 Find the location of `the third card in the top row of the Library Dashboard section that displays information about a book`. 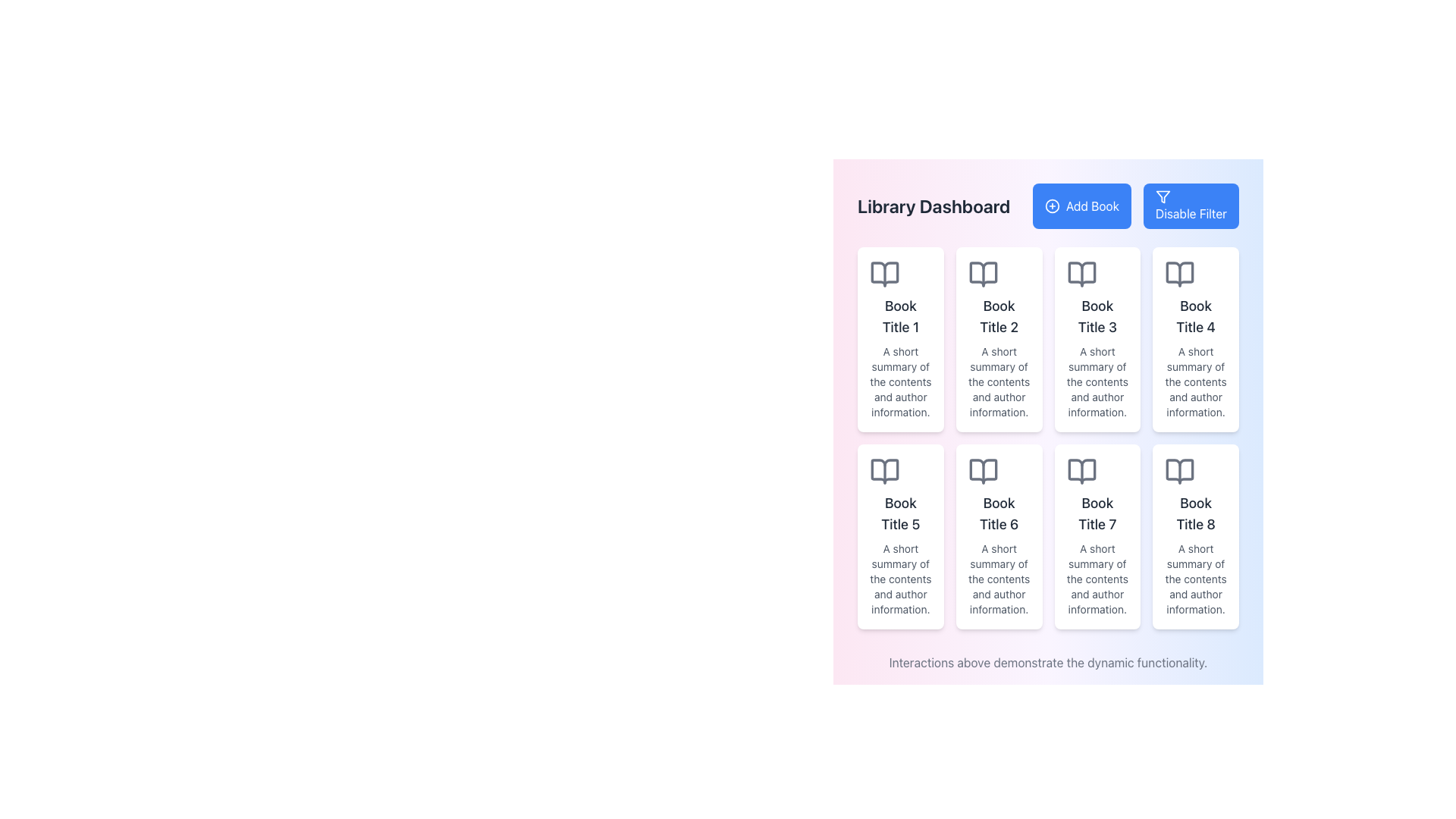

the third card in the top row of the Library Dashboard section that displays information about a book is located at coordinates (1097, 338).